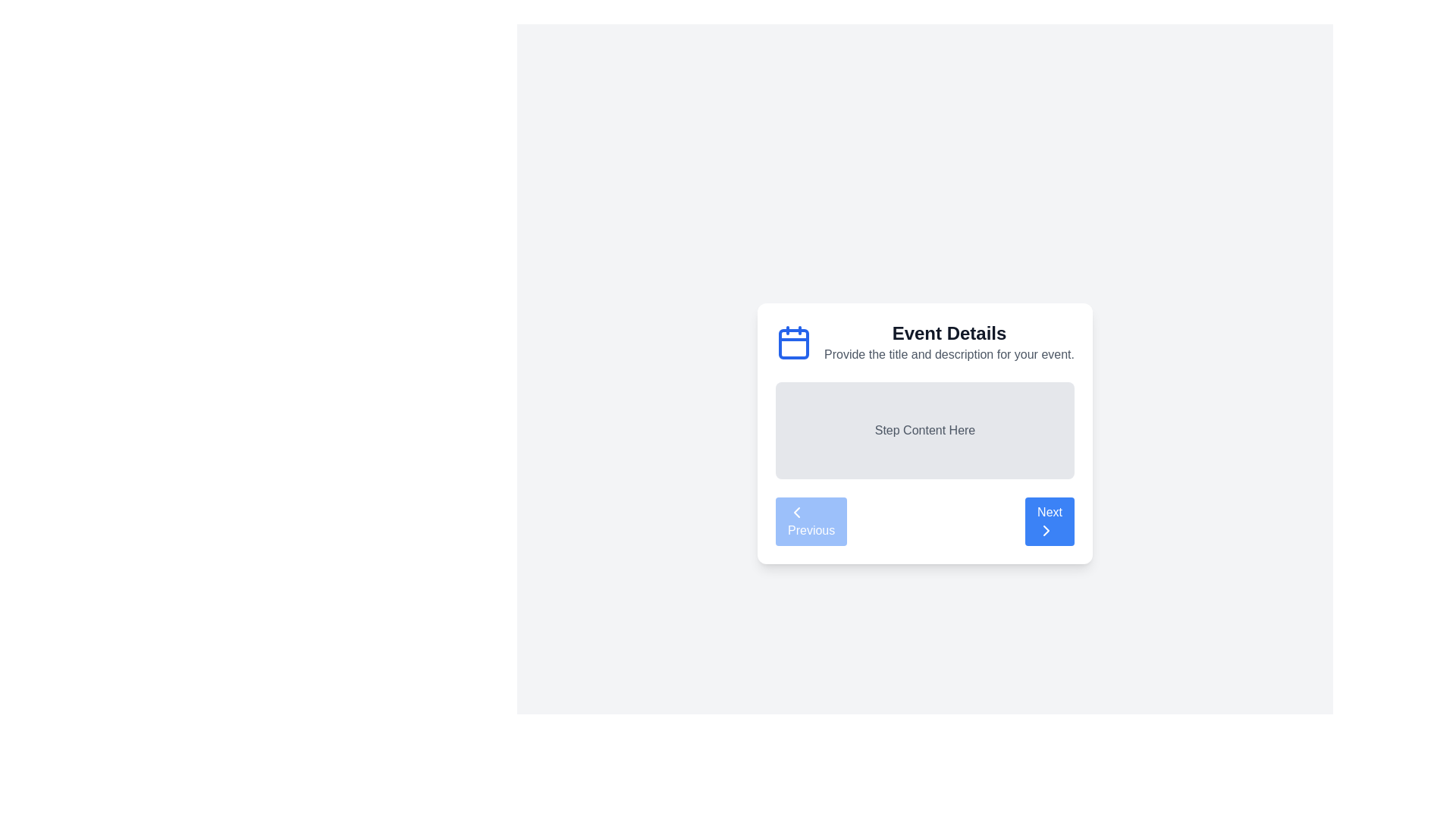 This screenshot has height=819, width=1456. I want to click on the text label that serves as a header or title for the section, located above the text 'Provide the title and description for your event.', so click(949, 332).